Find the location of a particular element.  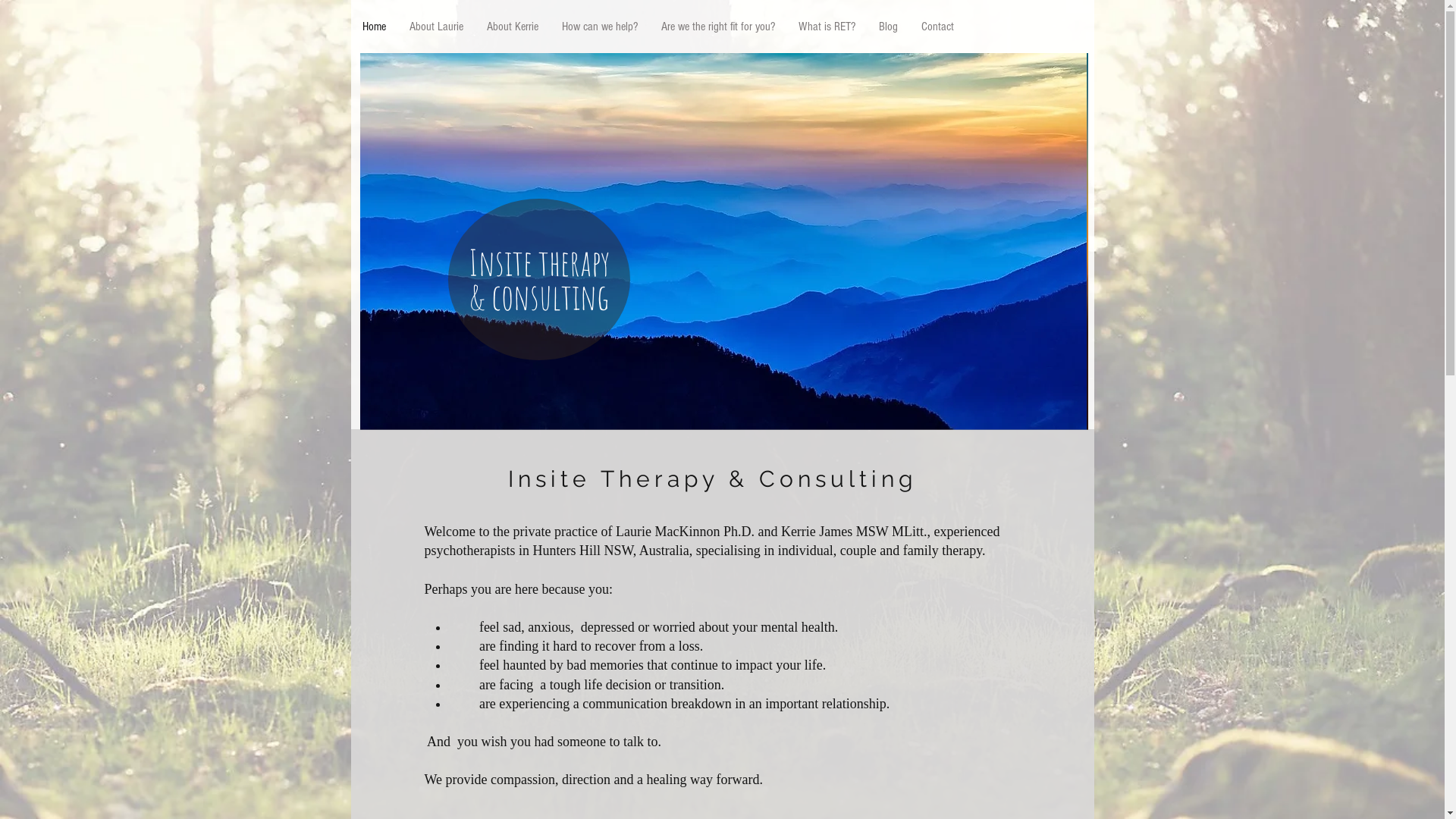

'About Kerrie' is located at coordinates (473, 27).